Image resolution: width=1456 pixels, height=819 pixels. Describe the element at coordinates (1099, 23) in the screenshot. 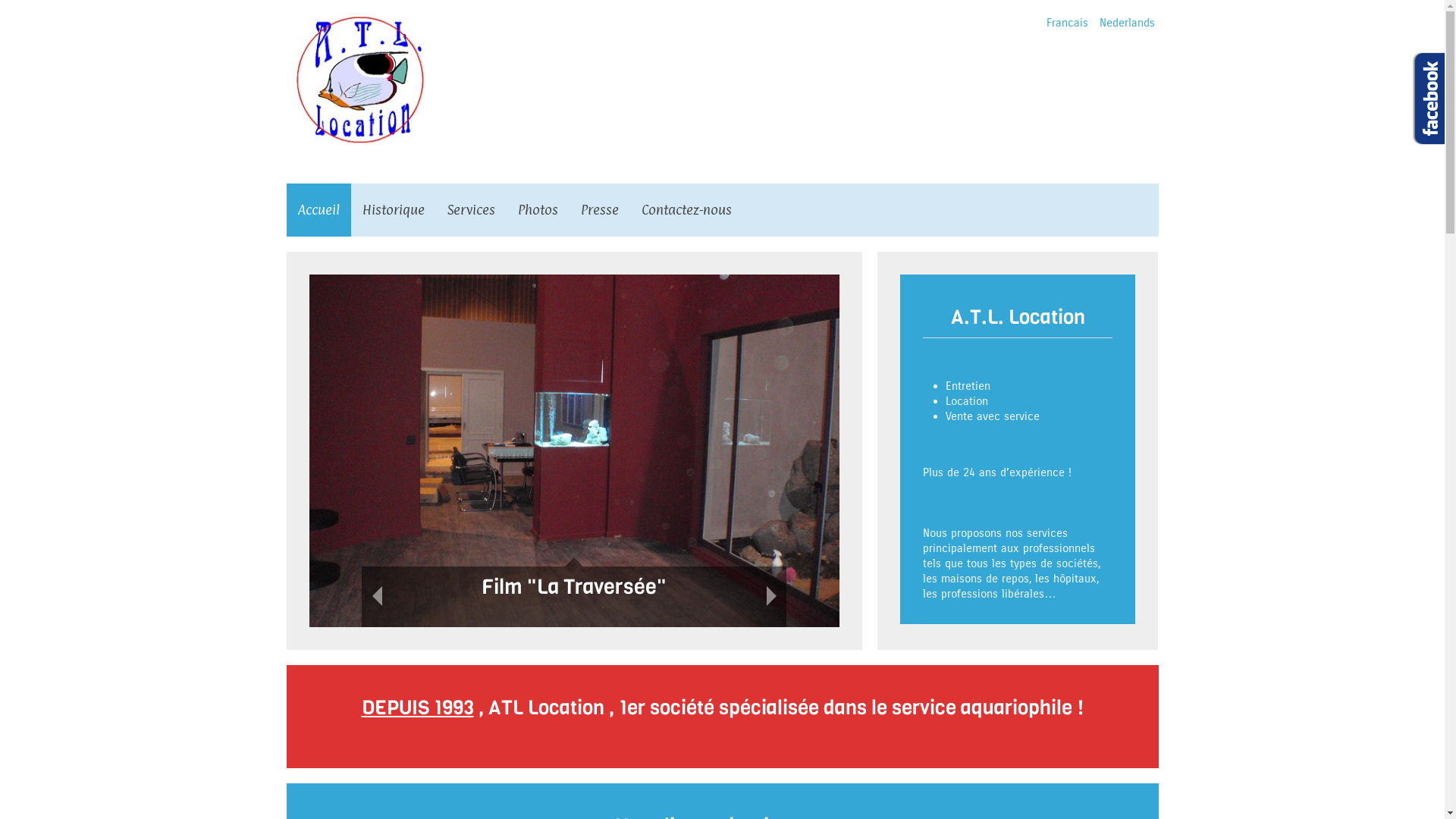

I see `'Nederlands'` at that location.